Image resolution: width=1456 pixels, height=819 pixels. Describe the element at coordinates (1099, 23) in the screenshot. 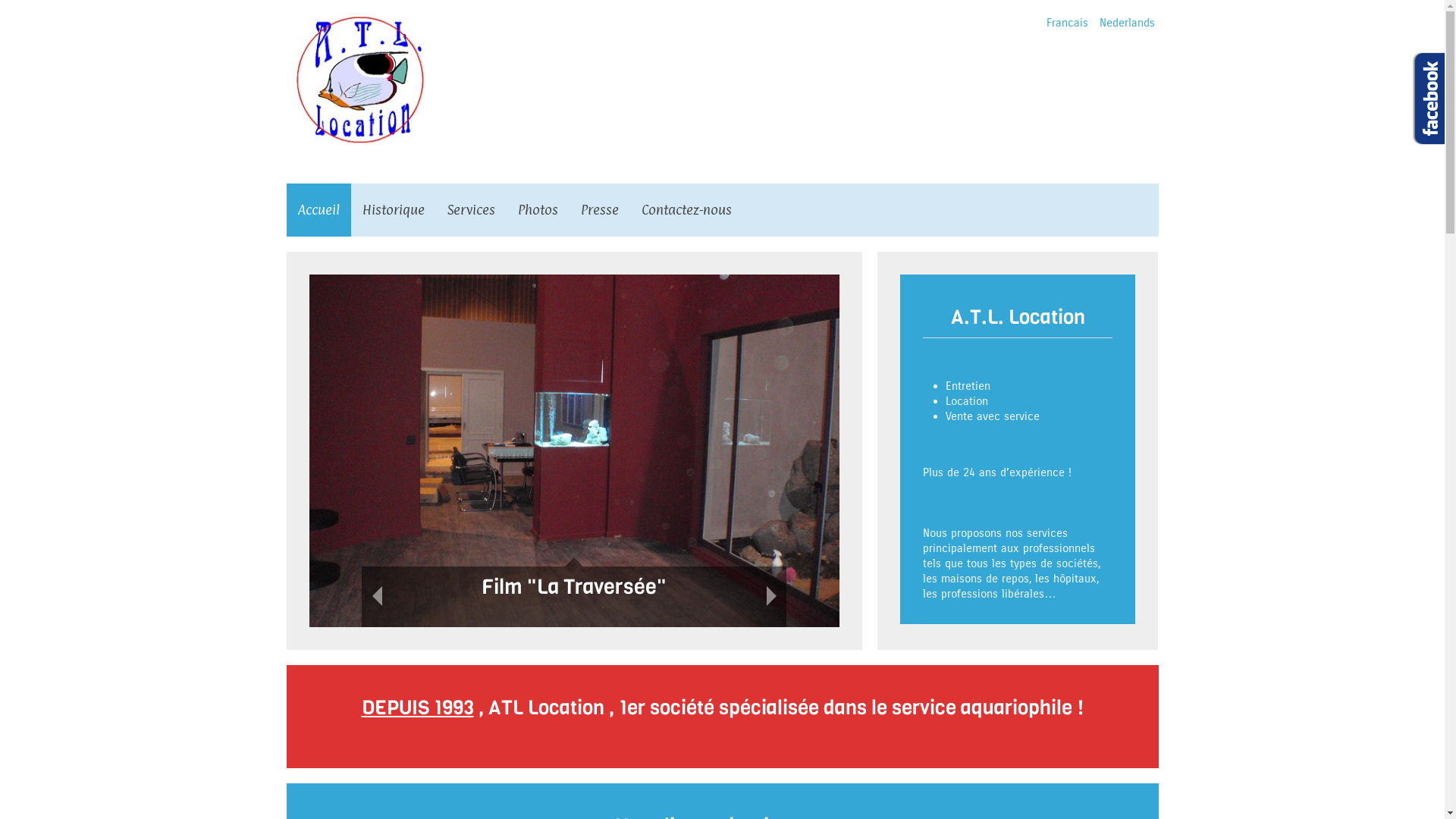

I see `'Nederlands'` at that location.